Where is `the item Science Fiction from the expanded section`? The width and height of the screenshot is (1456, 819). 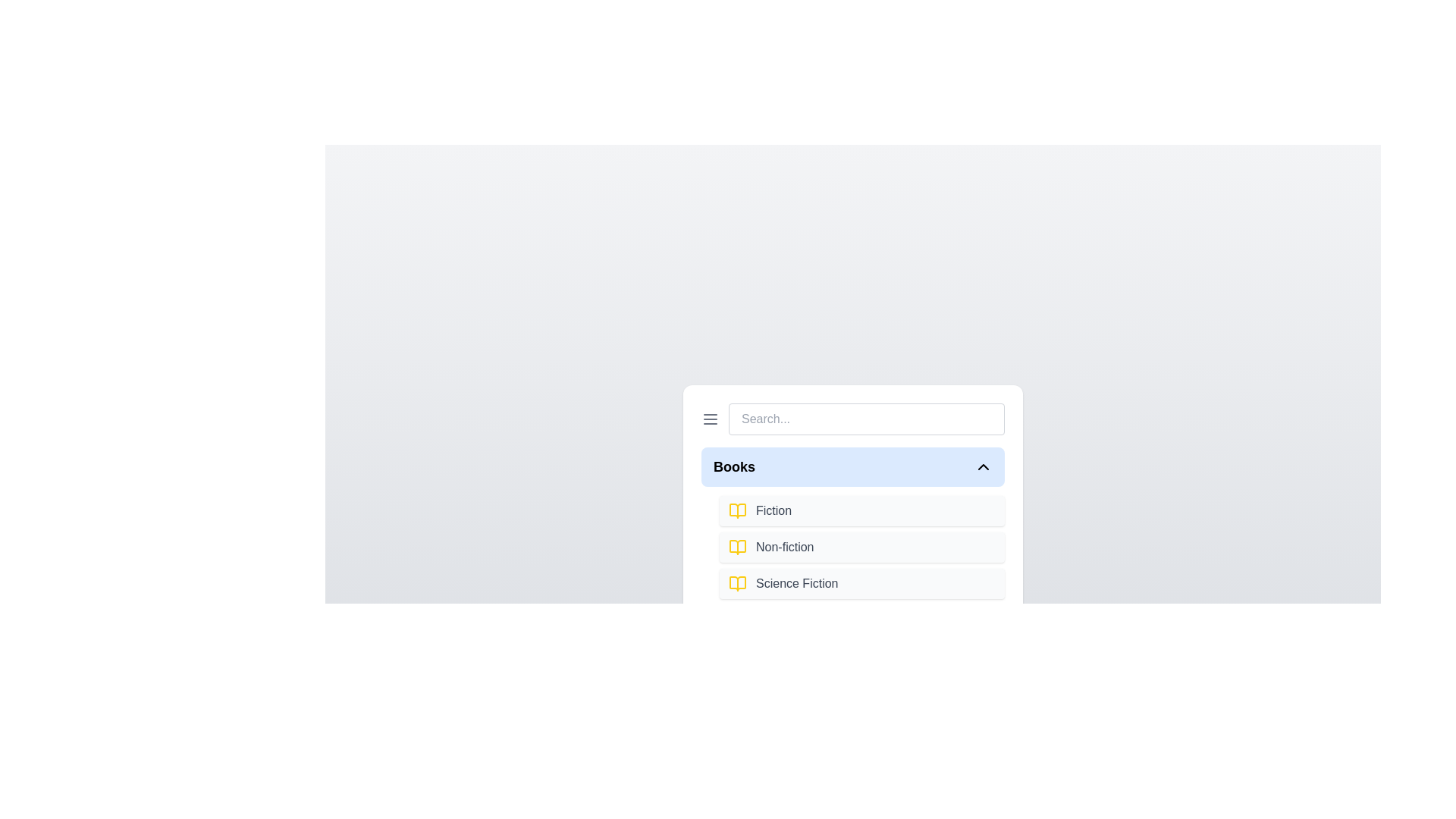
the item Science Fiction from the expanded section is located at coordinates (862, 583).